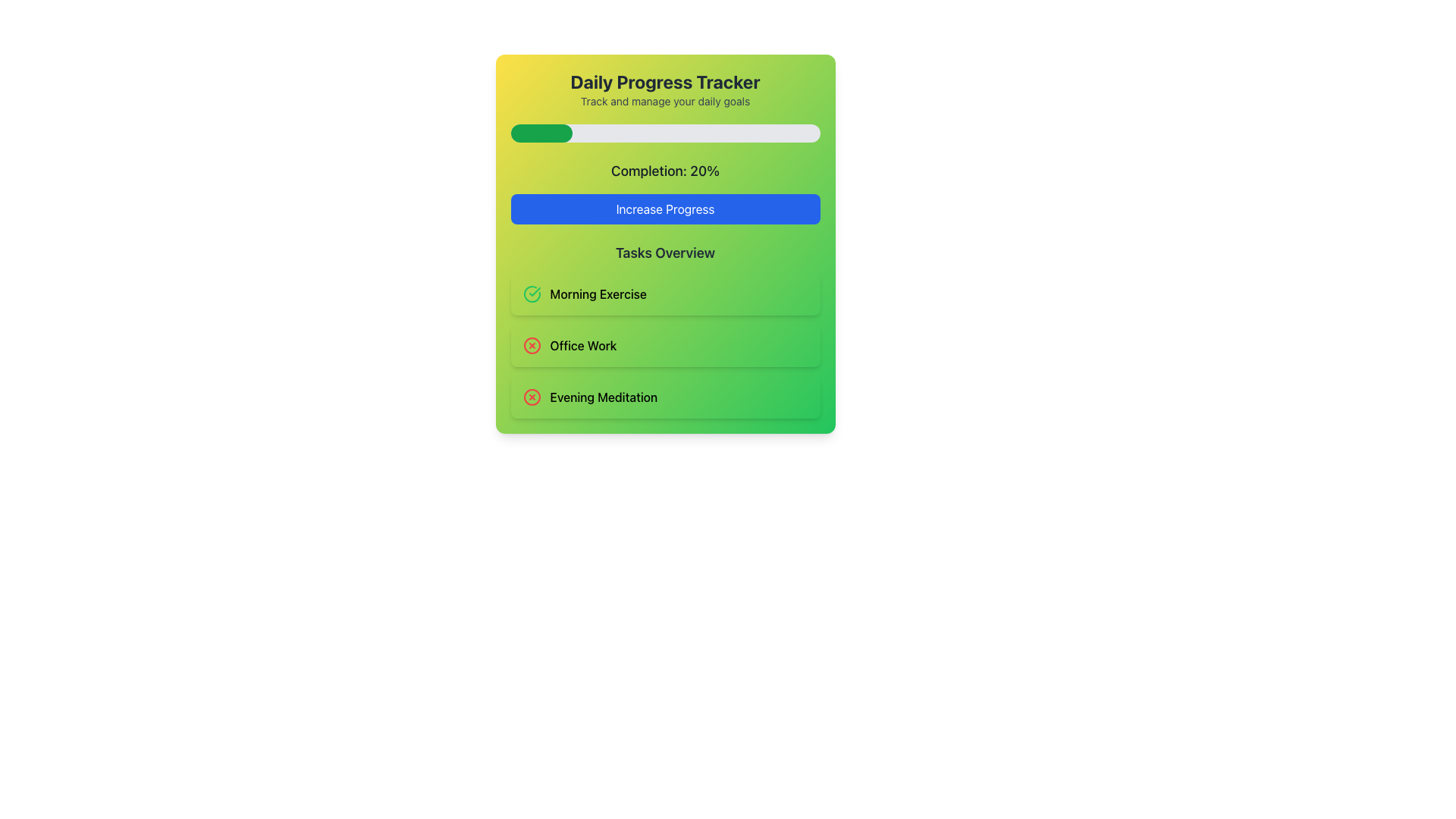 The image size is (1456, 819). Describe the element at coordinates (665, 397) in the screenshot. I see `the list item representing the incomplete task named 'Evening Meditation' in the 'Tasks Overview' section` at that location.